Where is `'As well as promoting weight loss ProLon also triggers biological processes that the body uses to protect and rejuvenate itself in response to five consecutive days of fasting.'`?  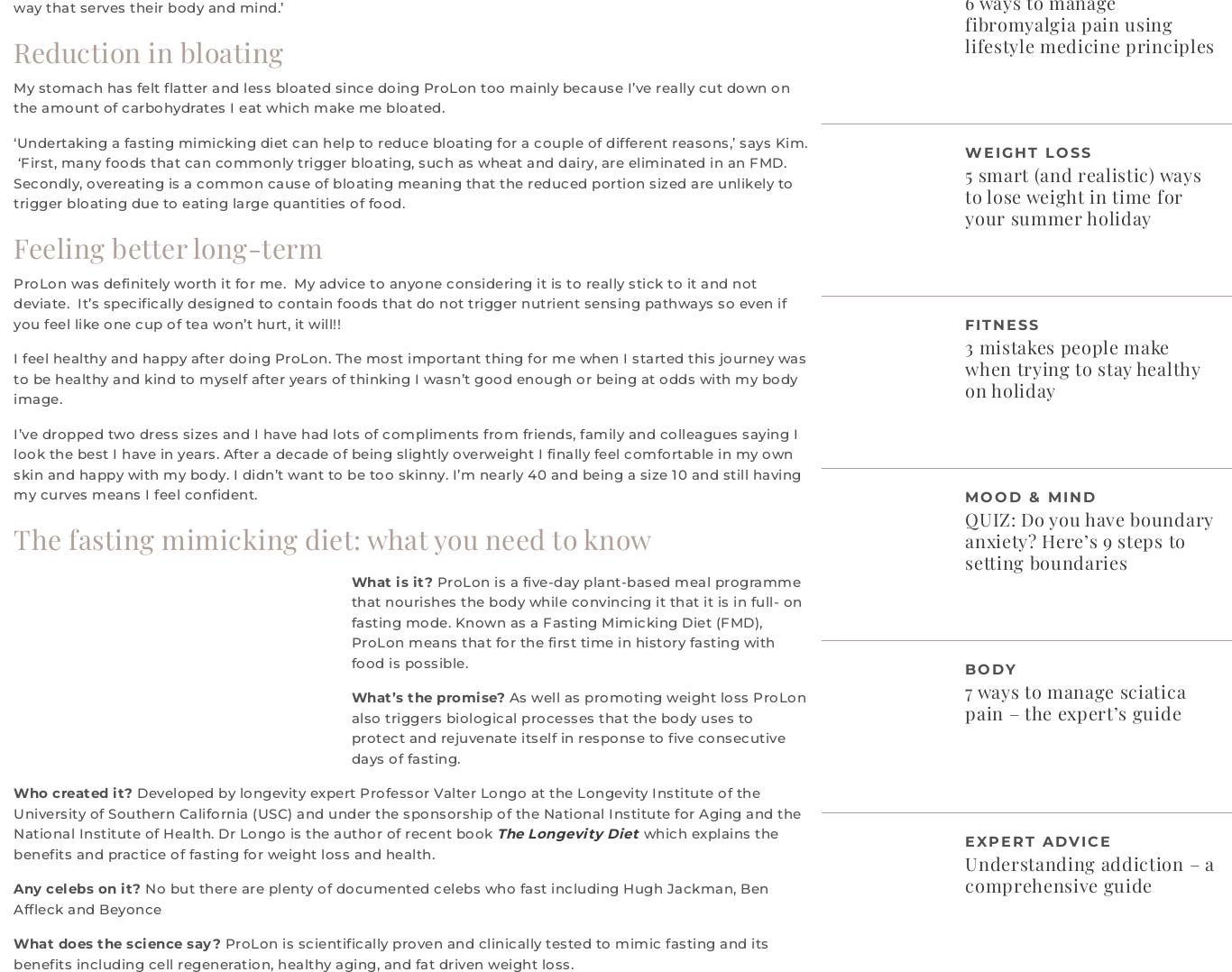 'As well as promoting weight loss ProLon also triggers biological processes that the body uses to protect and rejuvenate itself in response to five consecutive days of fasting.' is located at coordinates (577, 726).